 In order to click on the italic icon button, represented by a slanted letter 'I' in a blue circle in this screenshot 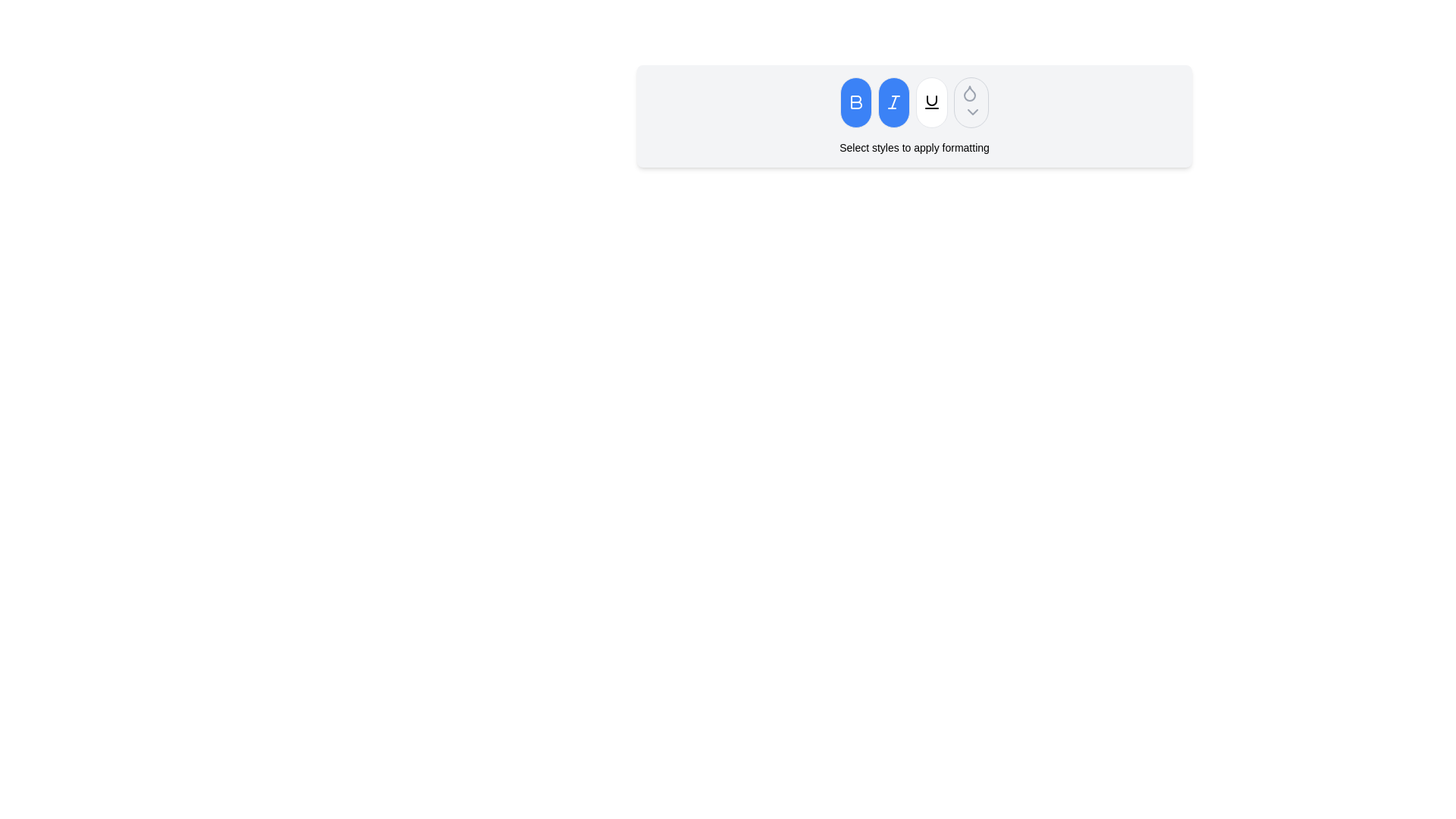, I will do `click(894, 102)`.